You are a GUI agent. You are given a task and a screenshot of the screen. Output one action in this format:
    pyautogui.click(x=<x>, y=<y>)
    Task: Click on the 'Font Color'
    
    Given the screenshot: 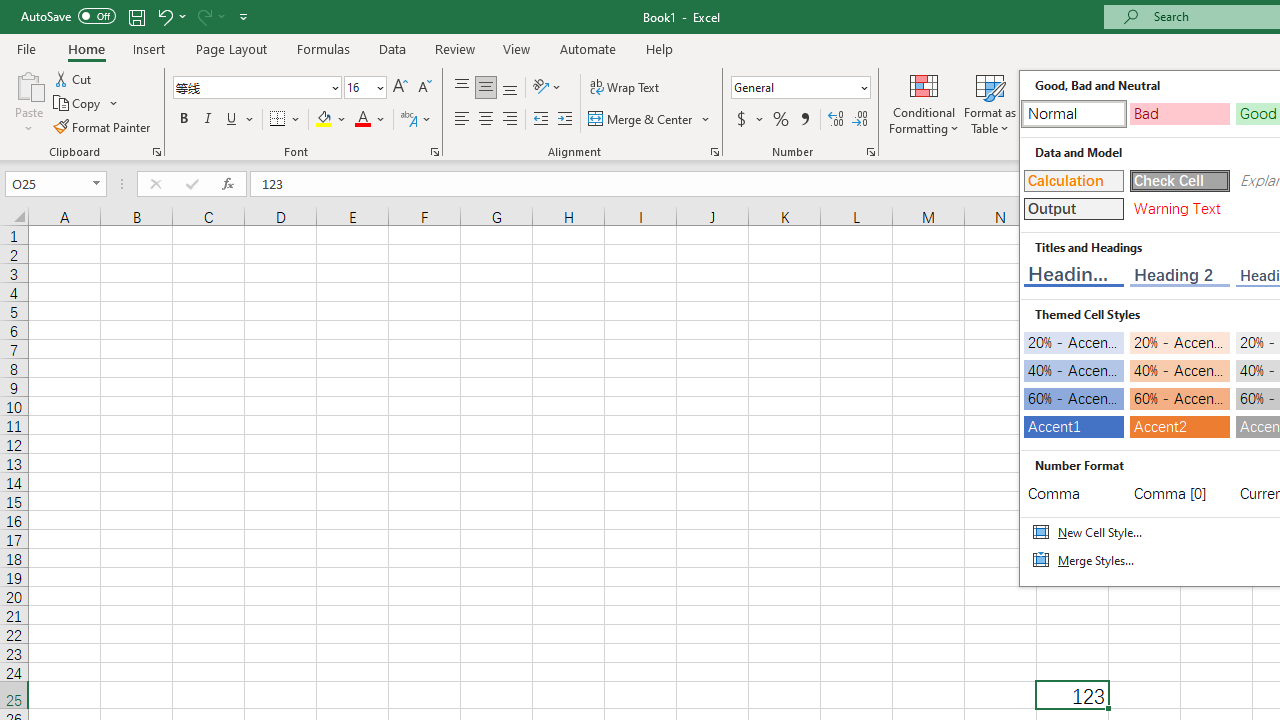 What is the action you would take?
    pyautogui.click(x=370, y=119)
    